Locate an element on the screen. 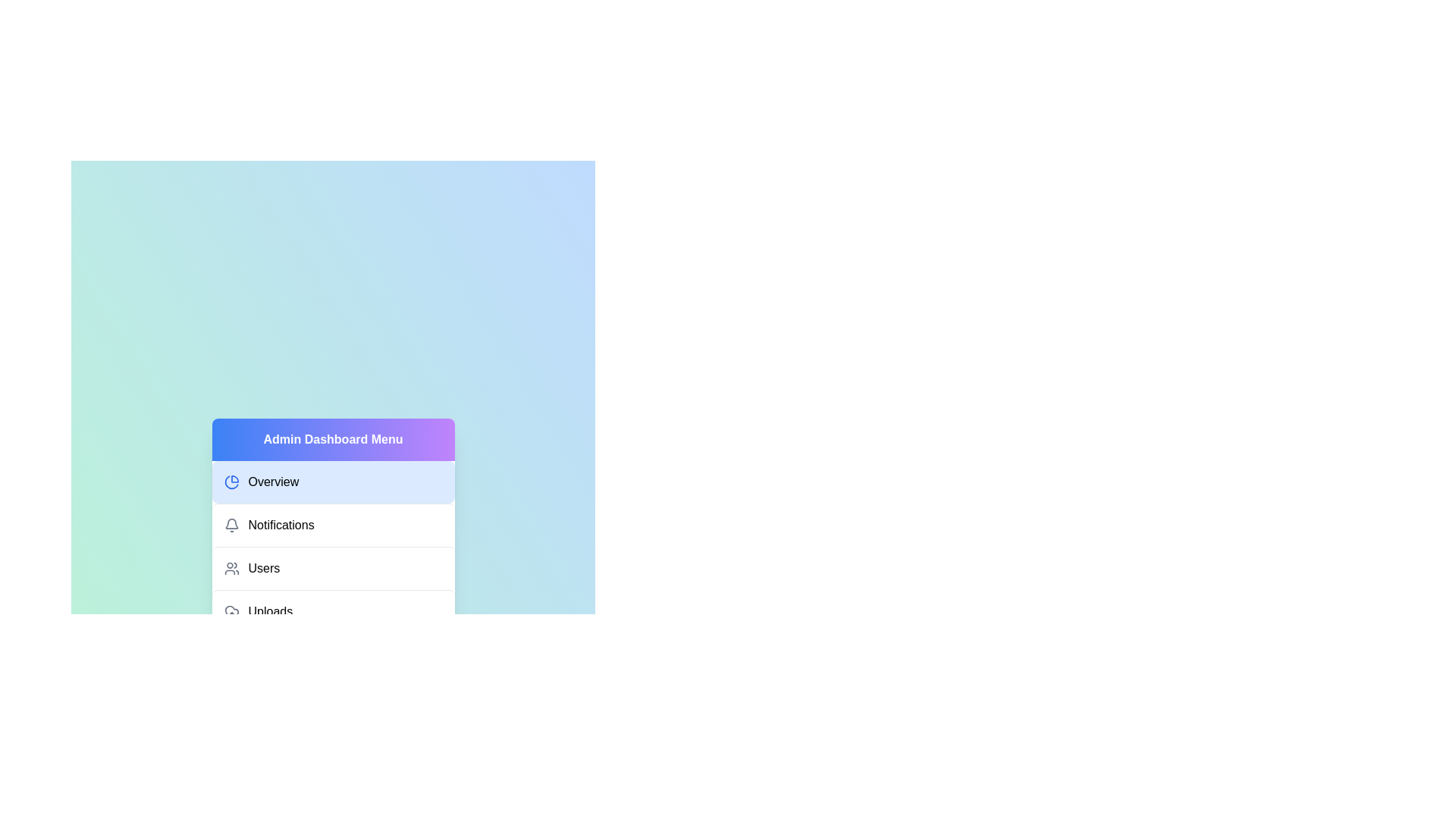 The width and height of the screenshot is (1456, 819). the menu item Uploads by clicking on it is located at coordinates (332, 610).